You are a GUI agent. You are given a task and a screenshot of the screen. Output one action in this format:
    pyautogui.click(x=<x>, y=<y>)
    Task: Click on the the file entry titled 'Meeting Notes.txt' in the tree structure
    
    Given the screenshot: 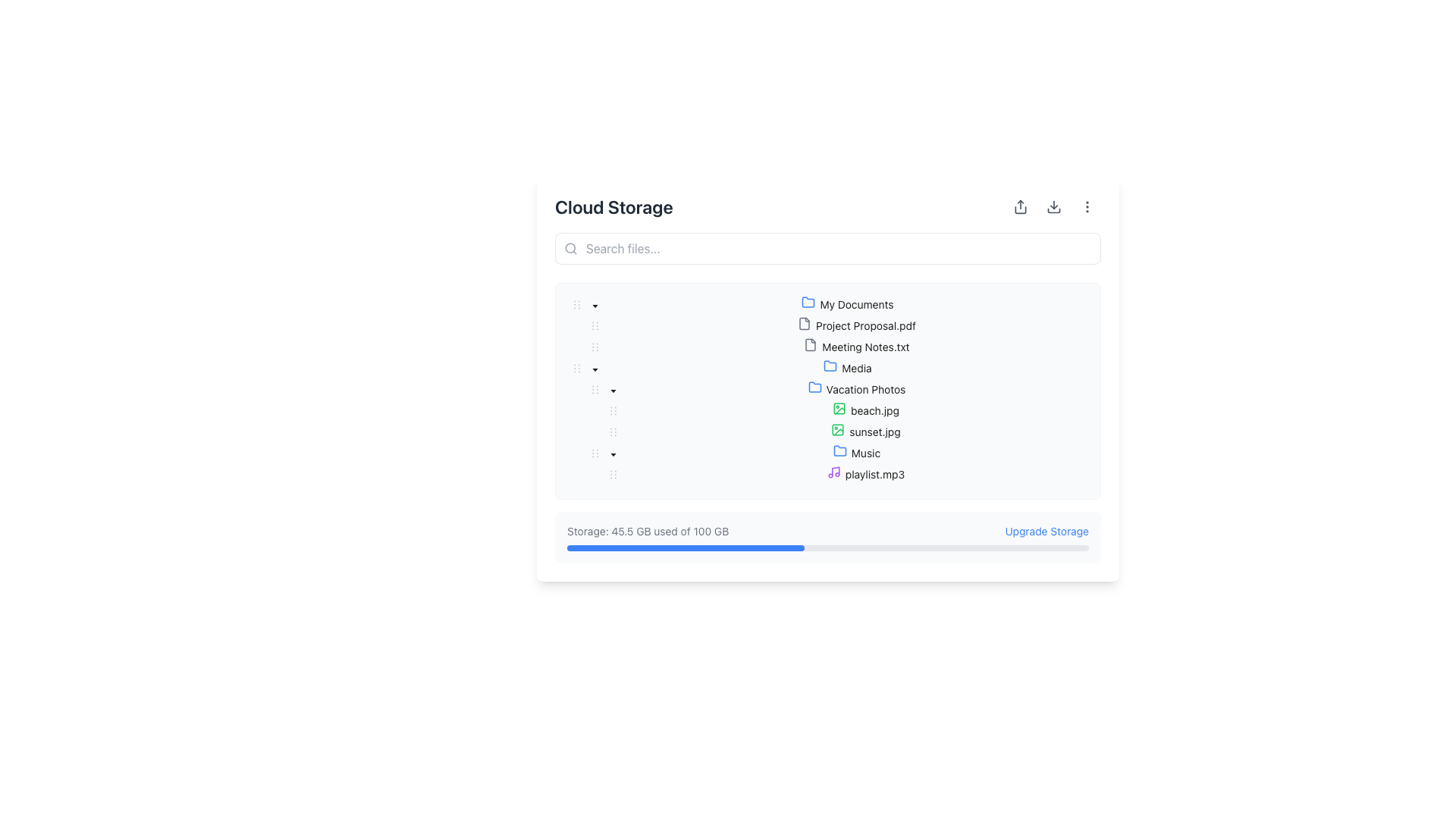 What is the action you would take?
    pyautogui.click(x=827, y=347)
    